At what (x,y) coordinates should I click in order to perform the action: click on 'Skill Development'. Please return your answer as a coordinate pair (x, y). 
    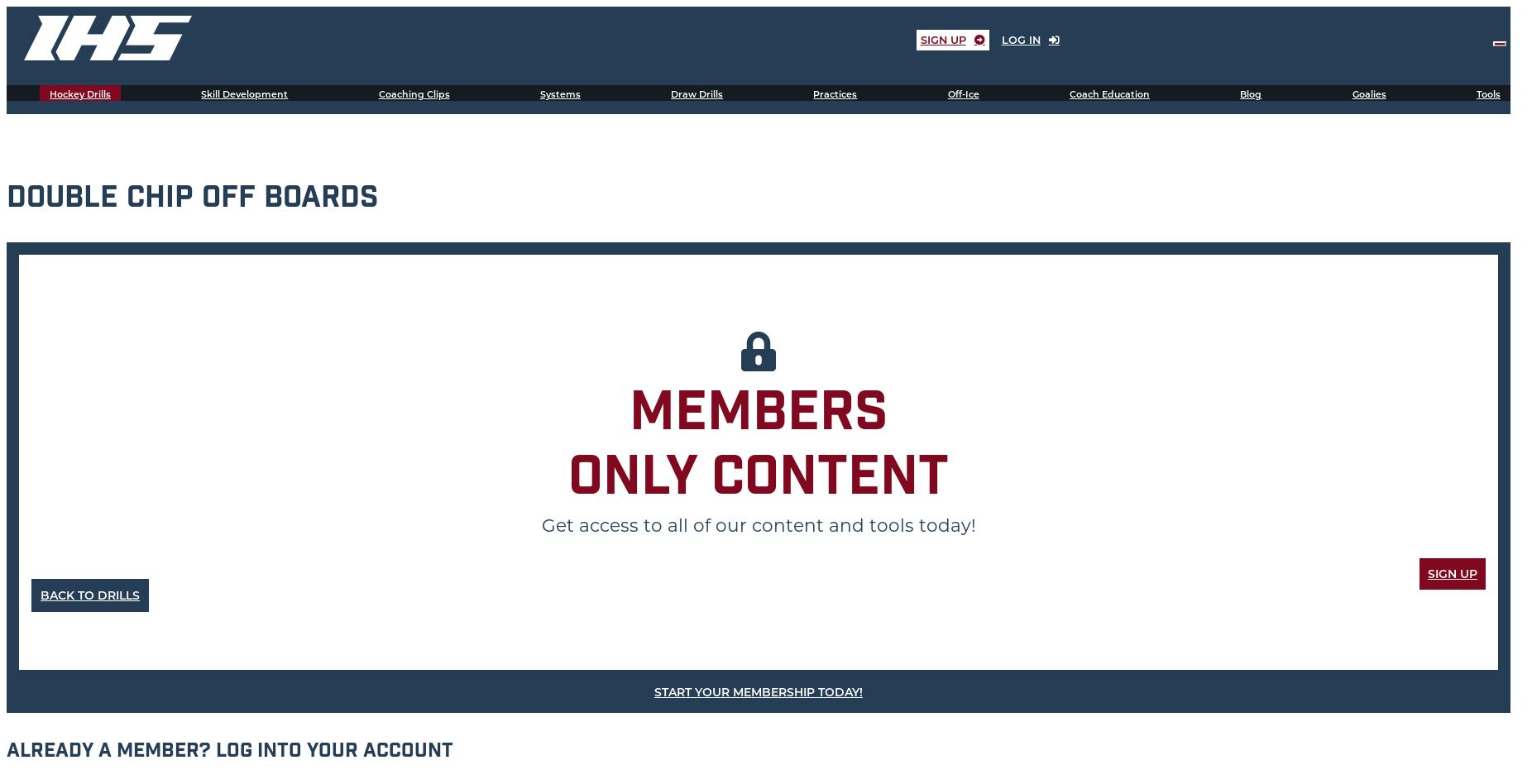
    Looking at the image, I should click on (244, 94).